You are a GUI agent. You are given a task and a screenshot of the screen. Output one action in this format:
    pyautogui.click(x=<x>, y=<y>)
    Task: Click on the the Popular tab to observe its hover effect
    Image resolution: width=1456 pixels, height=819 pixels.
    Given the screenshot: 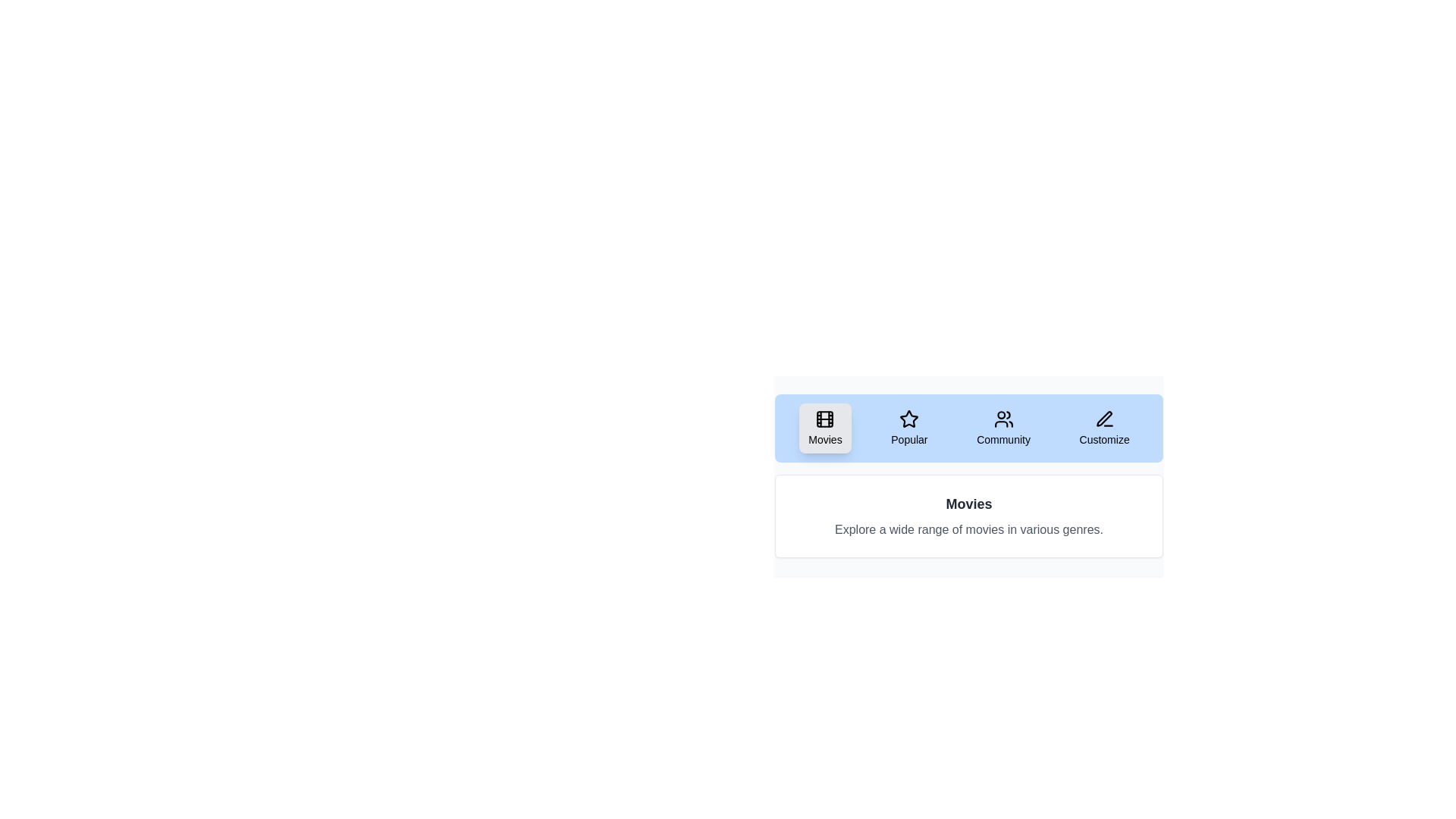 What is the action you would take?
    pyautogui.click(x=909, y=428)
    